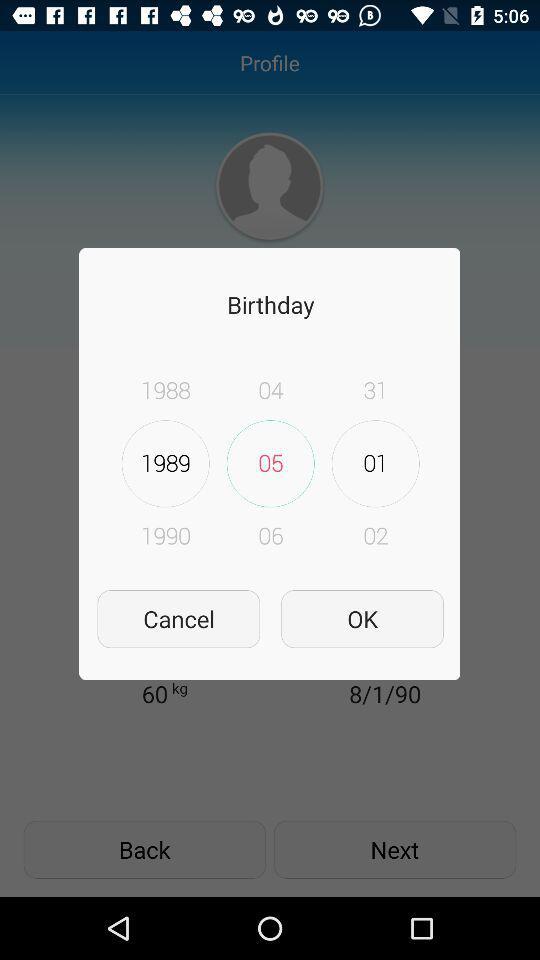 This screenshot has height=960, width=540. What do you see at coordinates (178, 618) in the screenshot?
I see `item next to ok item` at bounding box center [178, 618].